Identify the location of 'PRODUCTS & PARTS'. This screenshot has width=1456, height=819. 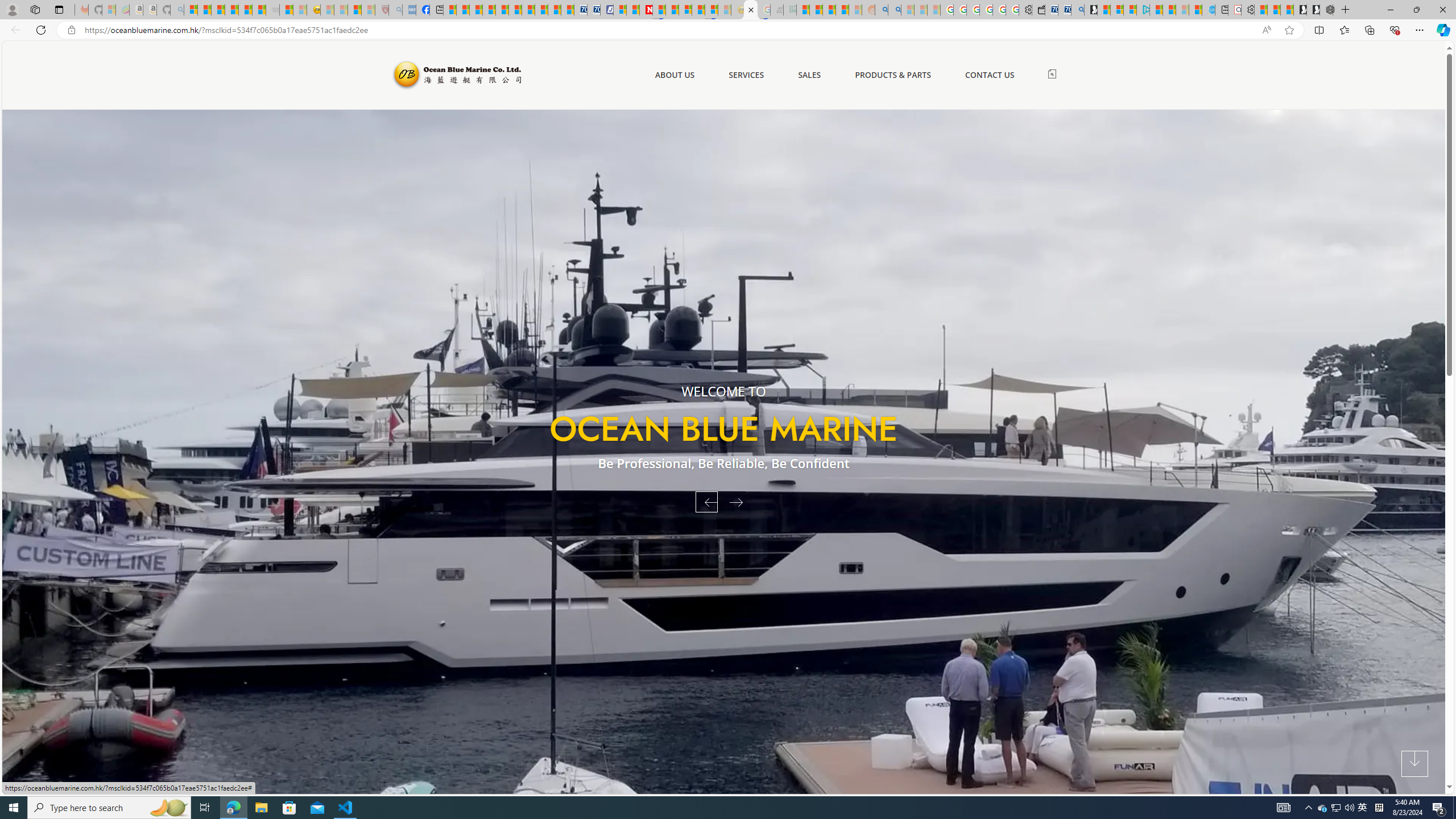
(892, 75).